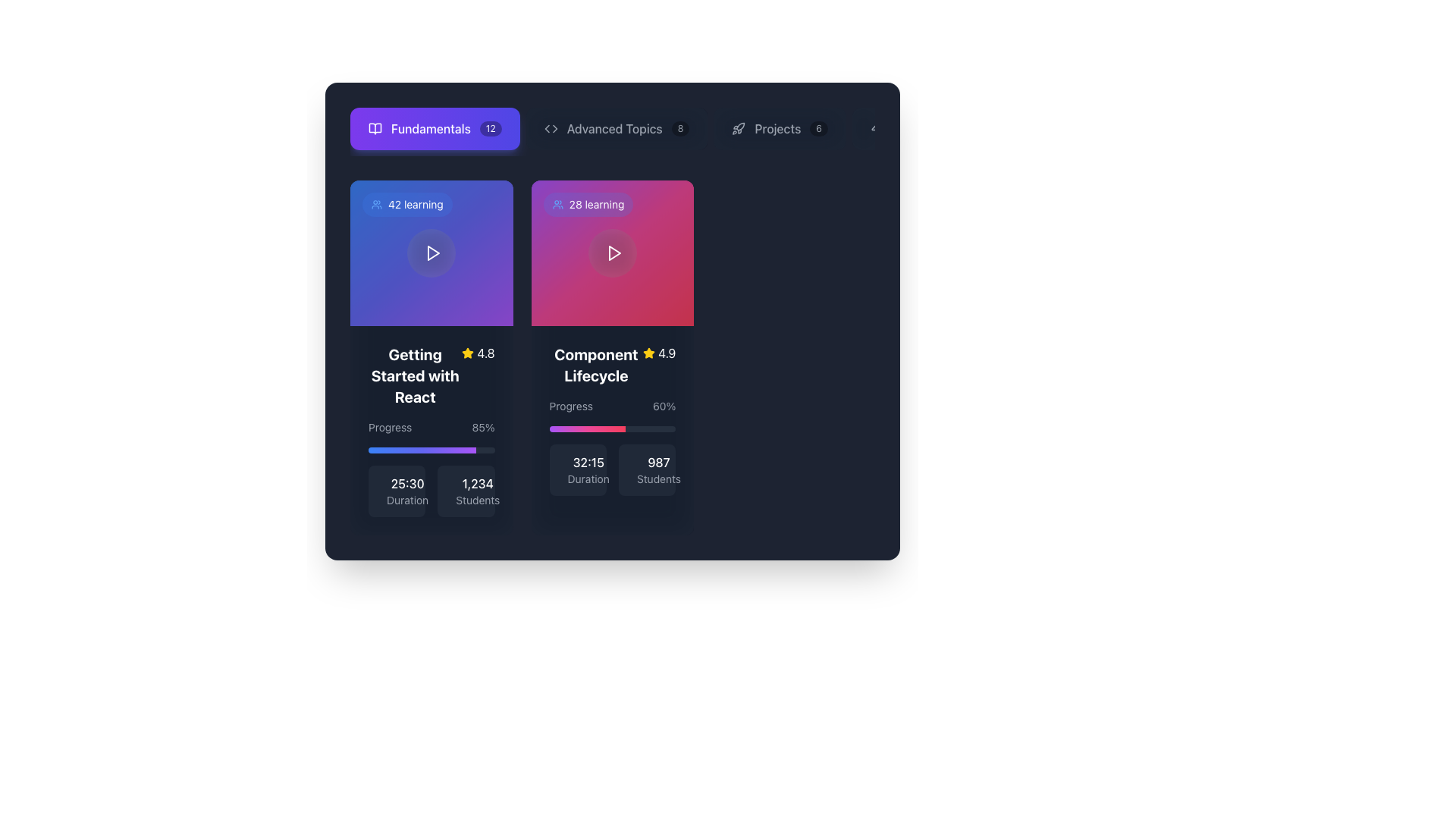 Image resolution: width=1456 pixels, height=819 pixels. What do you see at coordinates (467, 353) in the screenshot?
I see `the star icon representing a rating system adjacent to the text '4.8' and below the course title 'Getting Started with React'` at bounding box center [467, 353].